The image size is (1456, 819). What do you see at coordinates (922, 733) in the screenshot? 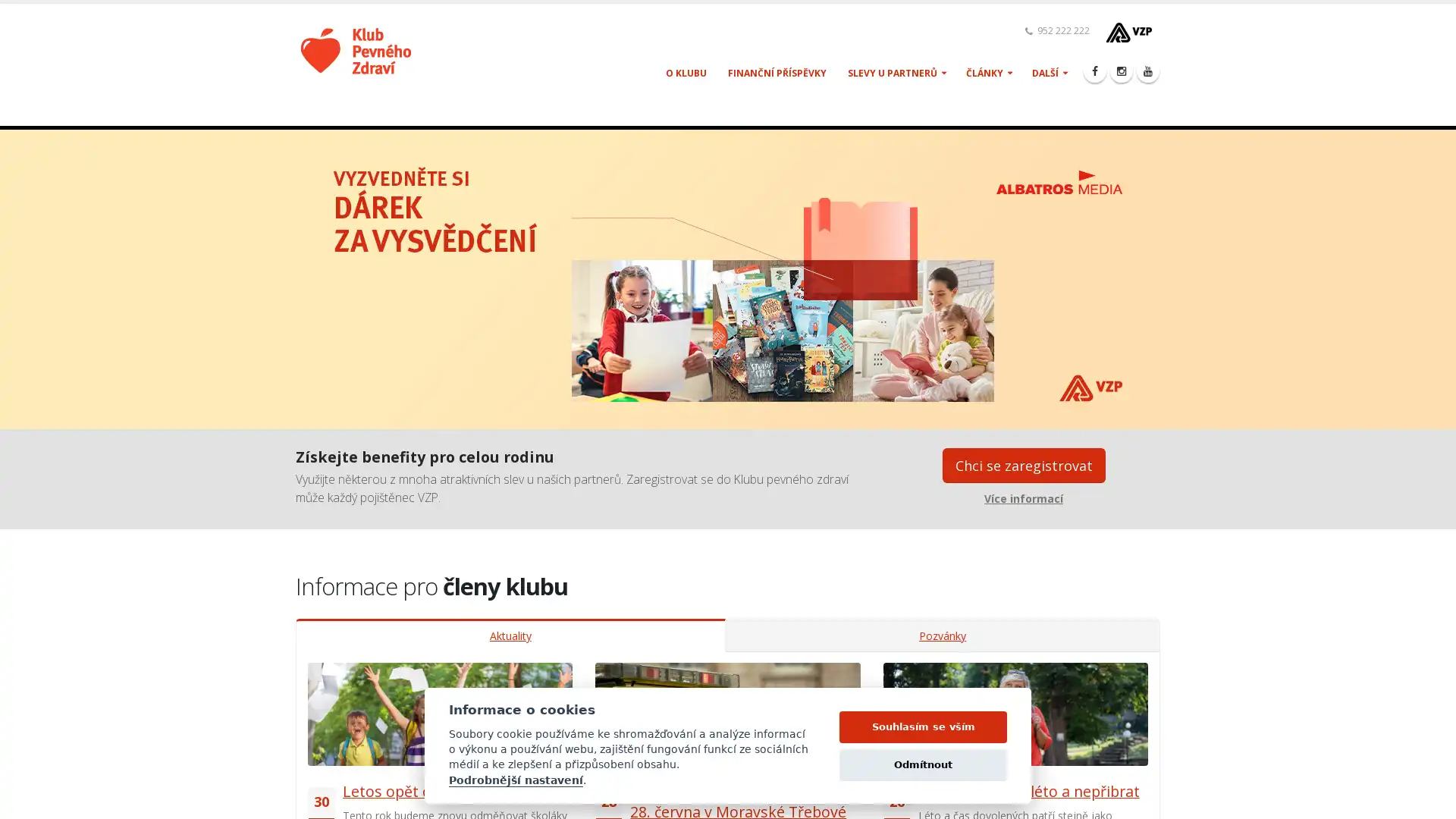
I see `Souhlasim se vsim` at bounding box center [922, 733].